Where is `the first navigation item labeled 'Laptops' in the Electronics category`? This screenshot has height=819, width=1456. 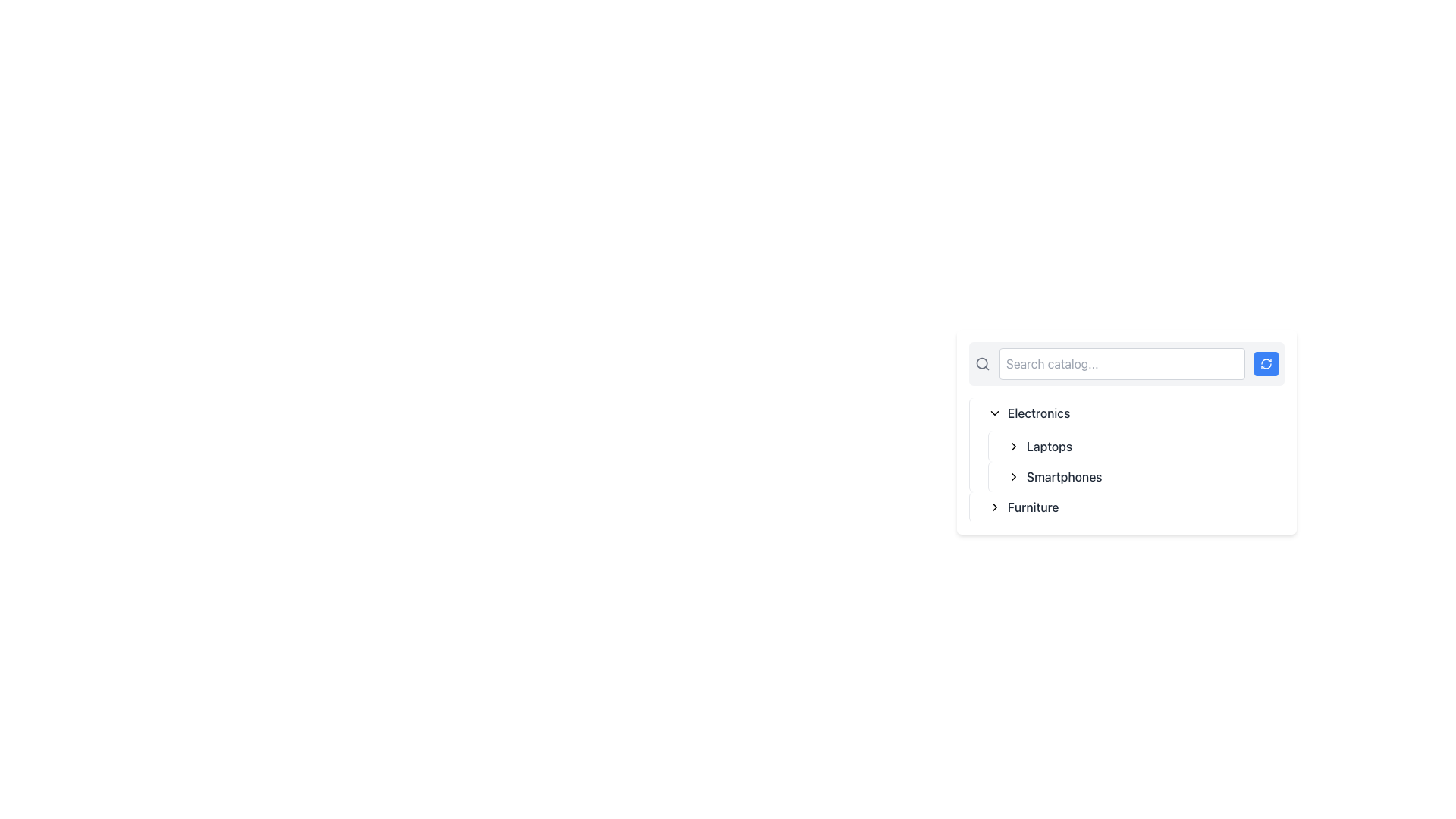
the first navigation item labeled 'Laptops' in the Electronics category is located at coordinates (1136, 446).